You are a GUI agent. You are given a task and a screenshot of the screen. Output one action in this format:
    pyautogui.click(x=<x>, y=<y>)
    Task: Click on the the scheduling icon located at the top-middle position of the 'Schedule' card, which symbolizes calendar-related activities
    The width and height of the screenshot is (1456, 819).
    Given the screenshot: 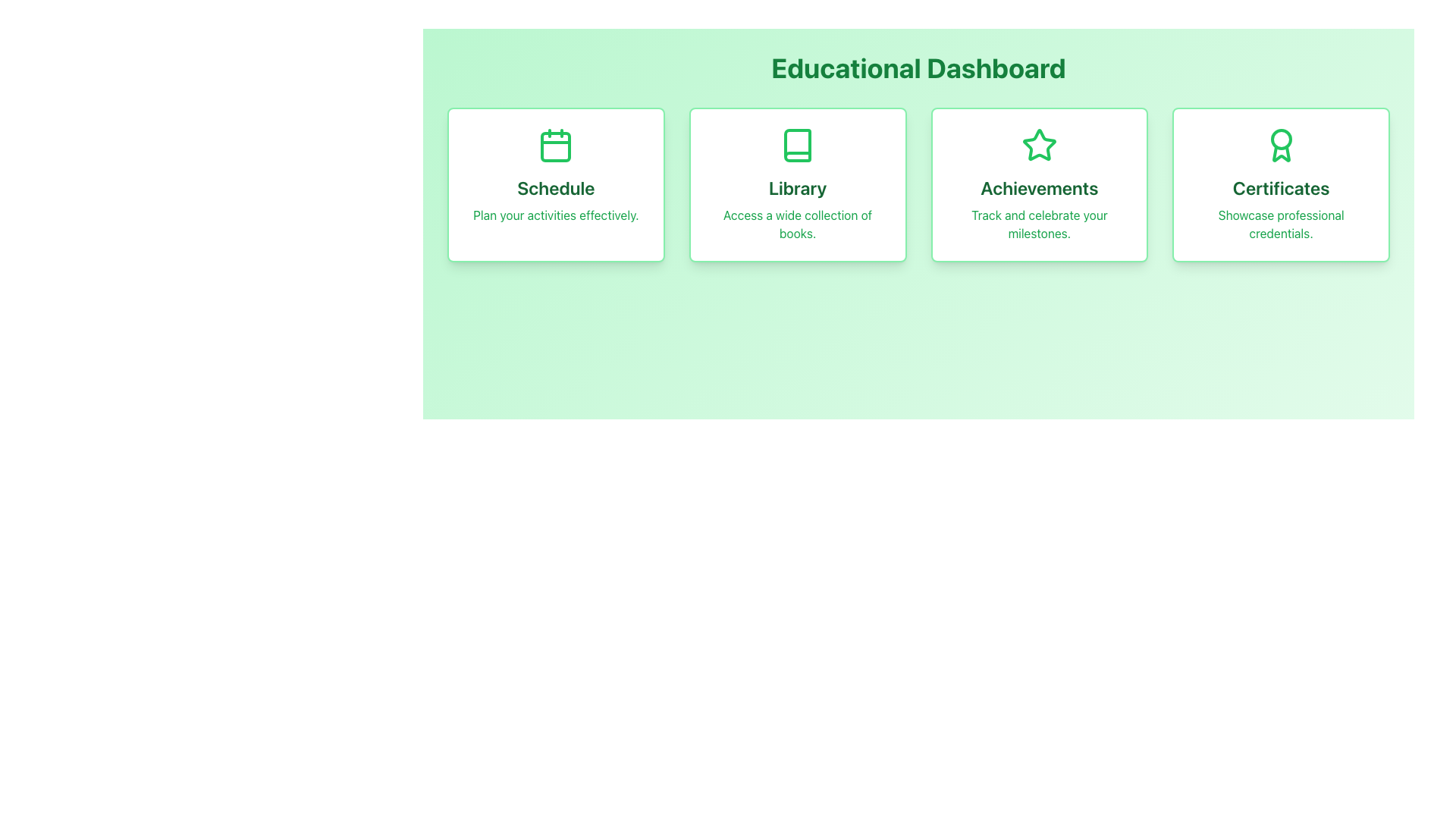 What is the action you would take?
    pyautogui.click(x=555, y=146)
    